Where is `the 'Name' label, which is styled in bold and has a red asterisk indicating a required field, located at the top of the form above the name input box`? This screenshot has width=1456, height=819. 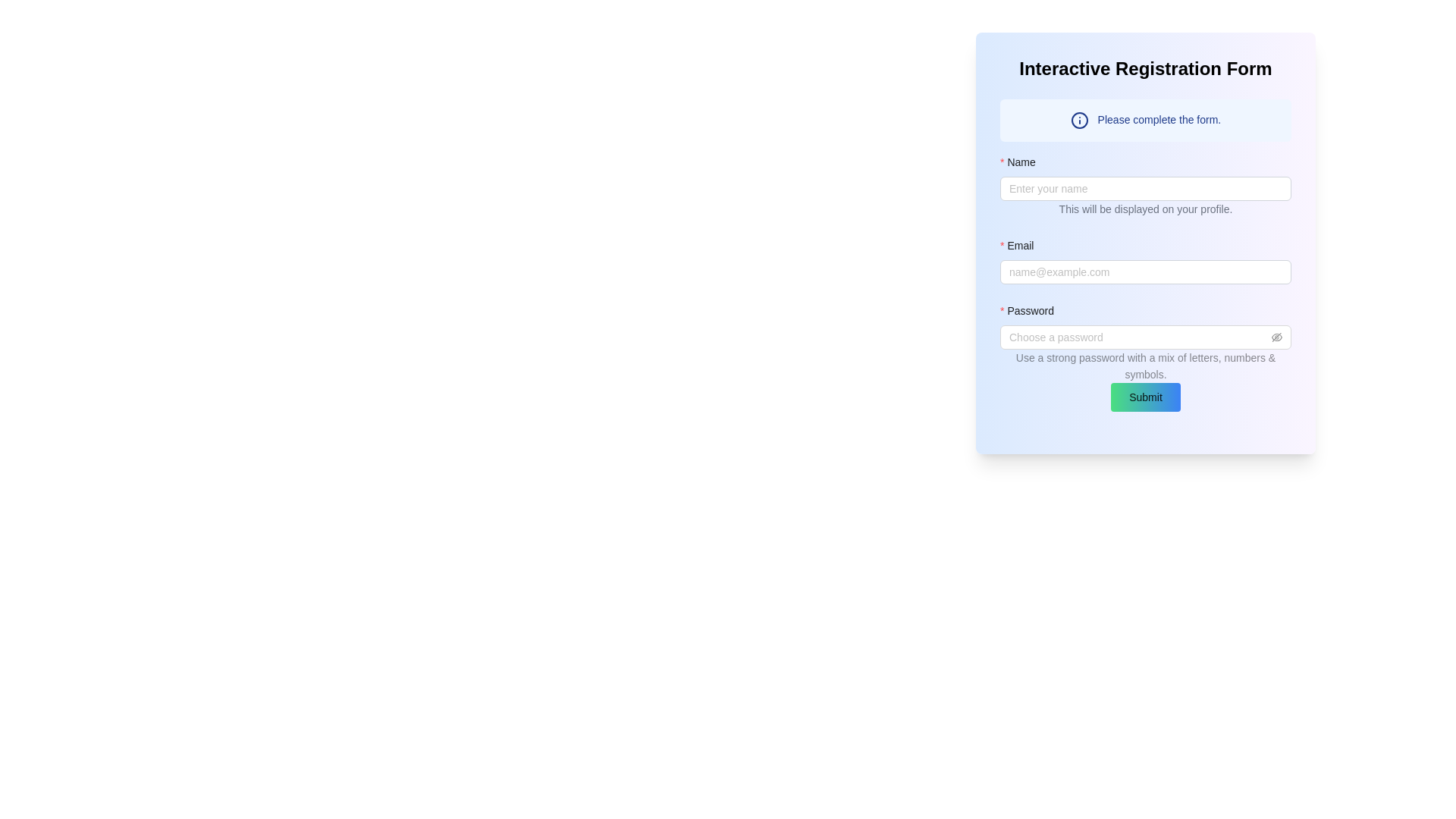
the 'Name' label, which is styled in bold and has a red asterisk indicating a required field, located at the top of the form above the name input box is located at coordinates (1146, 165).